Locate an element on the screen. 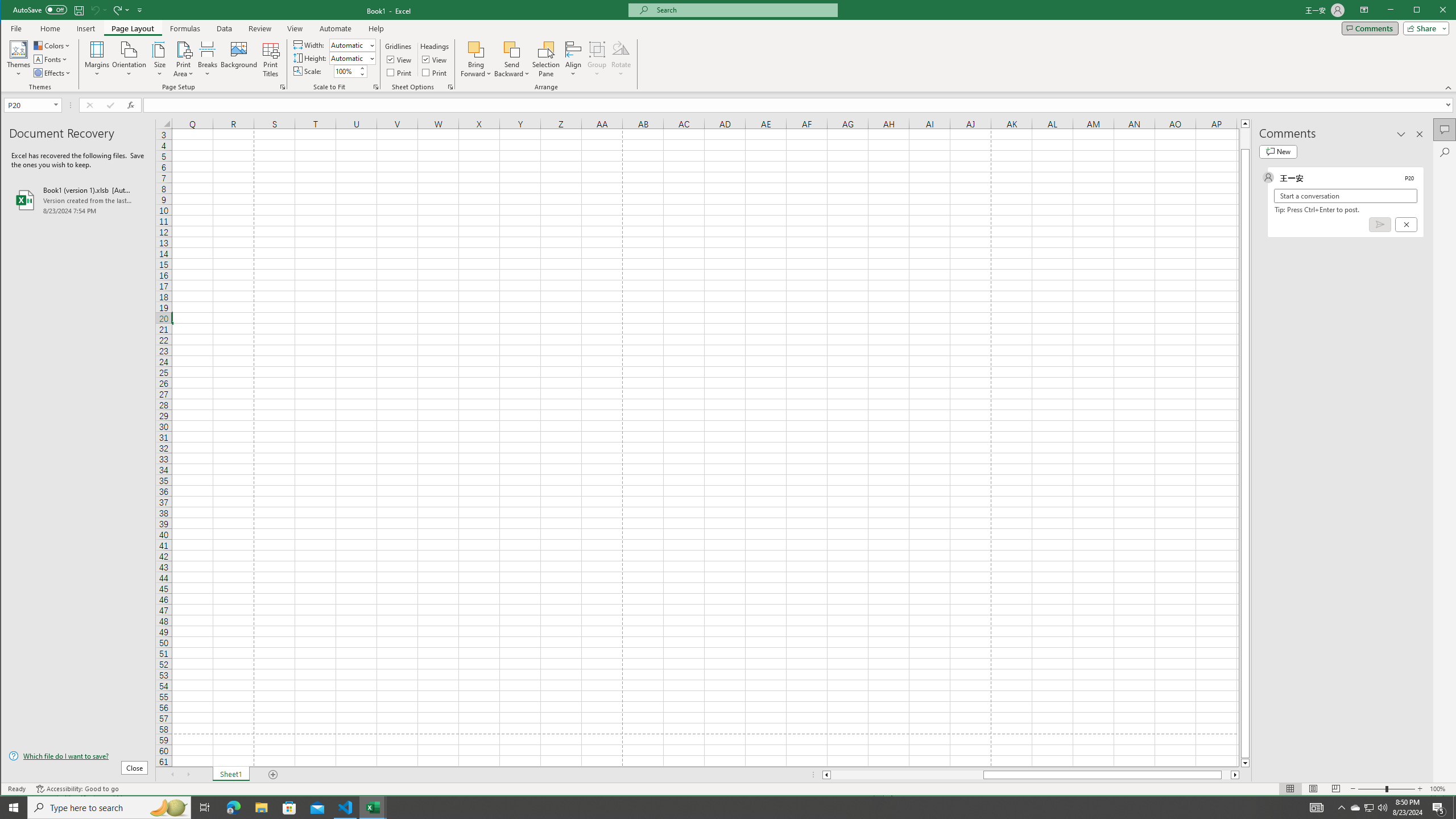 The width and height of the screenshot is (1456, 819). 'Start a conversation' is located at coordinates (1345, 196).